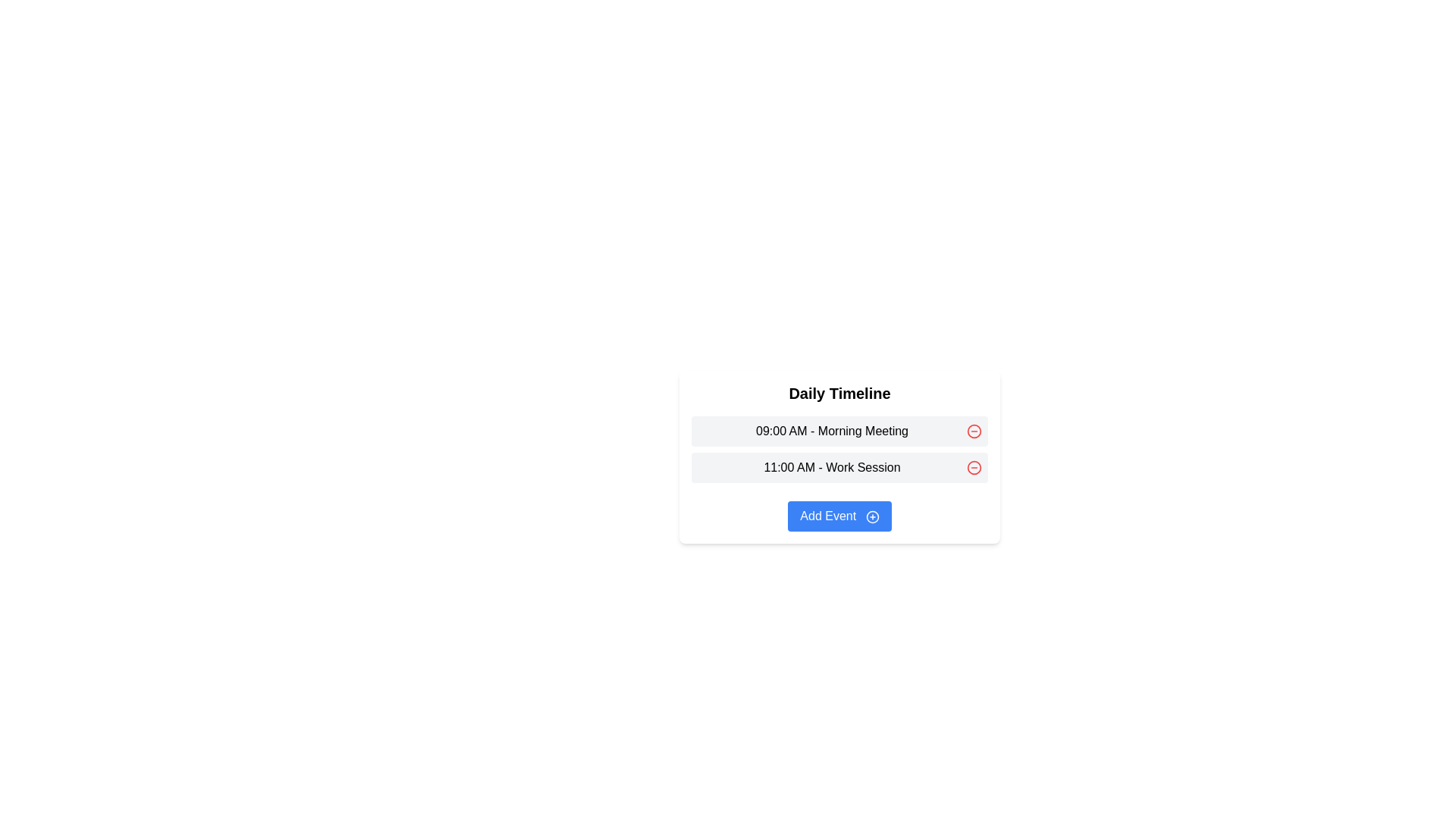  I want to click on the deletion button located on the far right of the row displaying the event '11:00 AM - Work Session', so click(974, 467).